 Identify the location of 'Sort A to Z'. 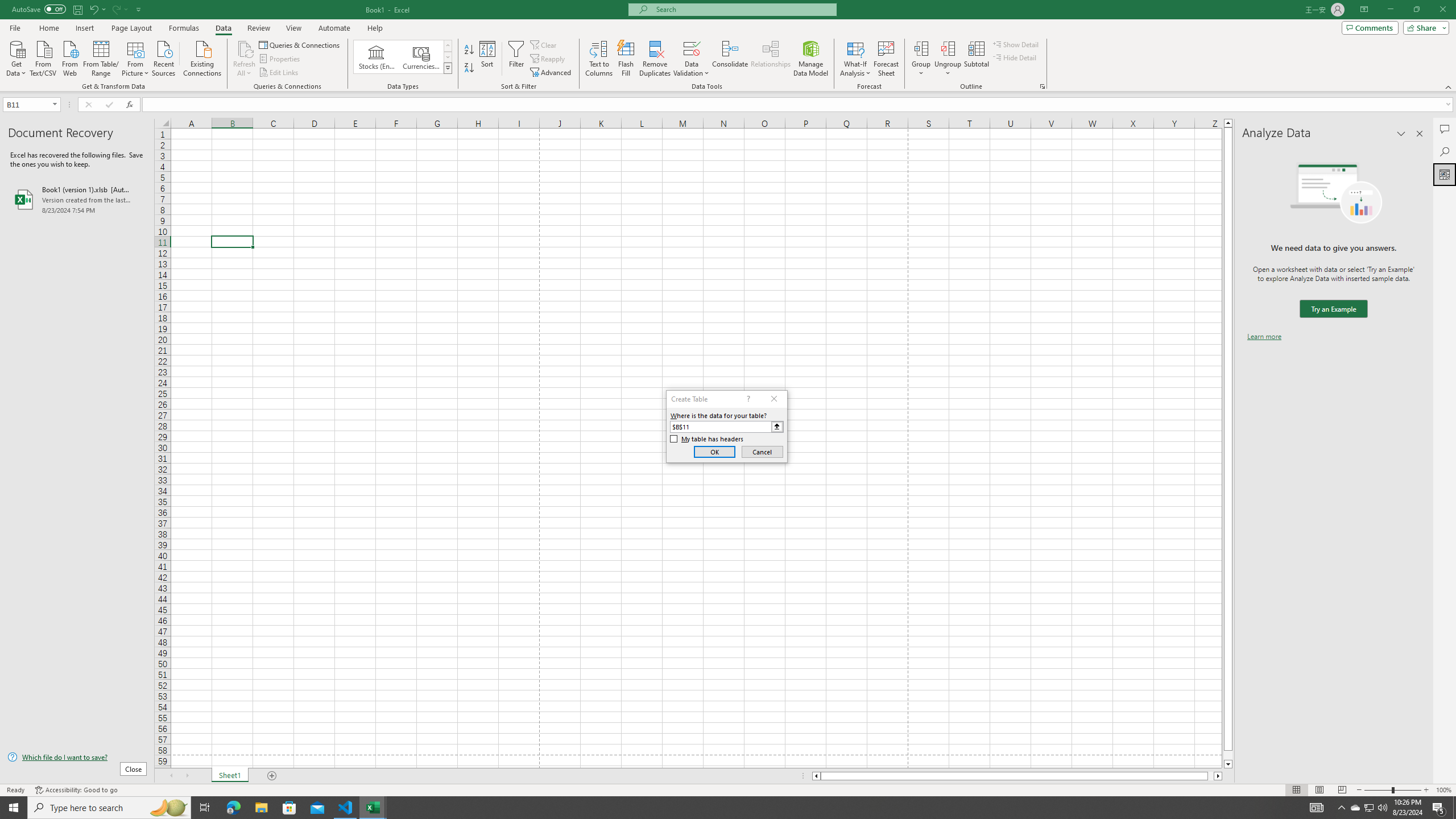
(469, 49).